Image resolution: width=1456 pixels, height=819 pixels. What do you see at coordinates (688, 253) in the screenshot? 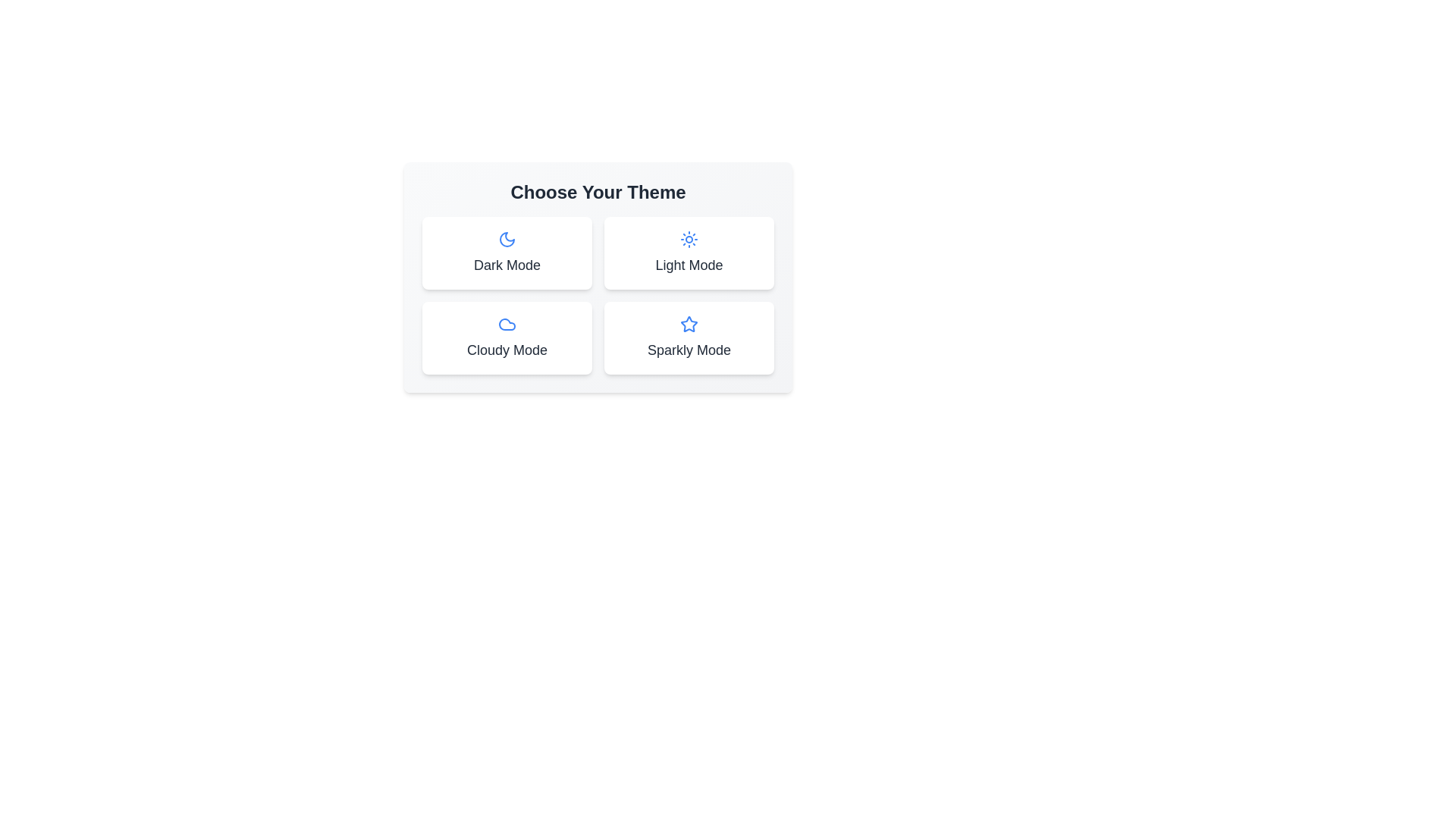
I see `the second button in the first row of a 2x2 grid of buttons` at bounding box center [688, 253].